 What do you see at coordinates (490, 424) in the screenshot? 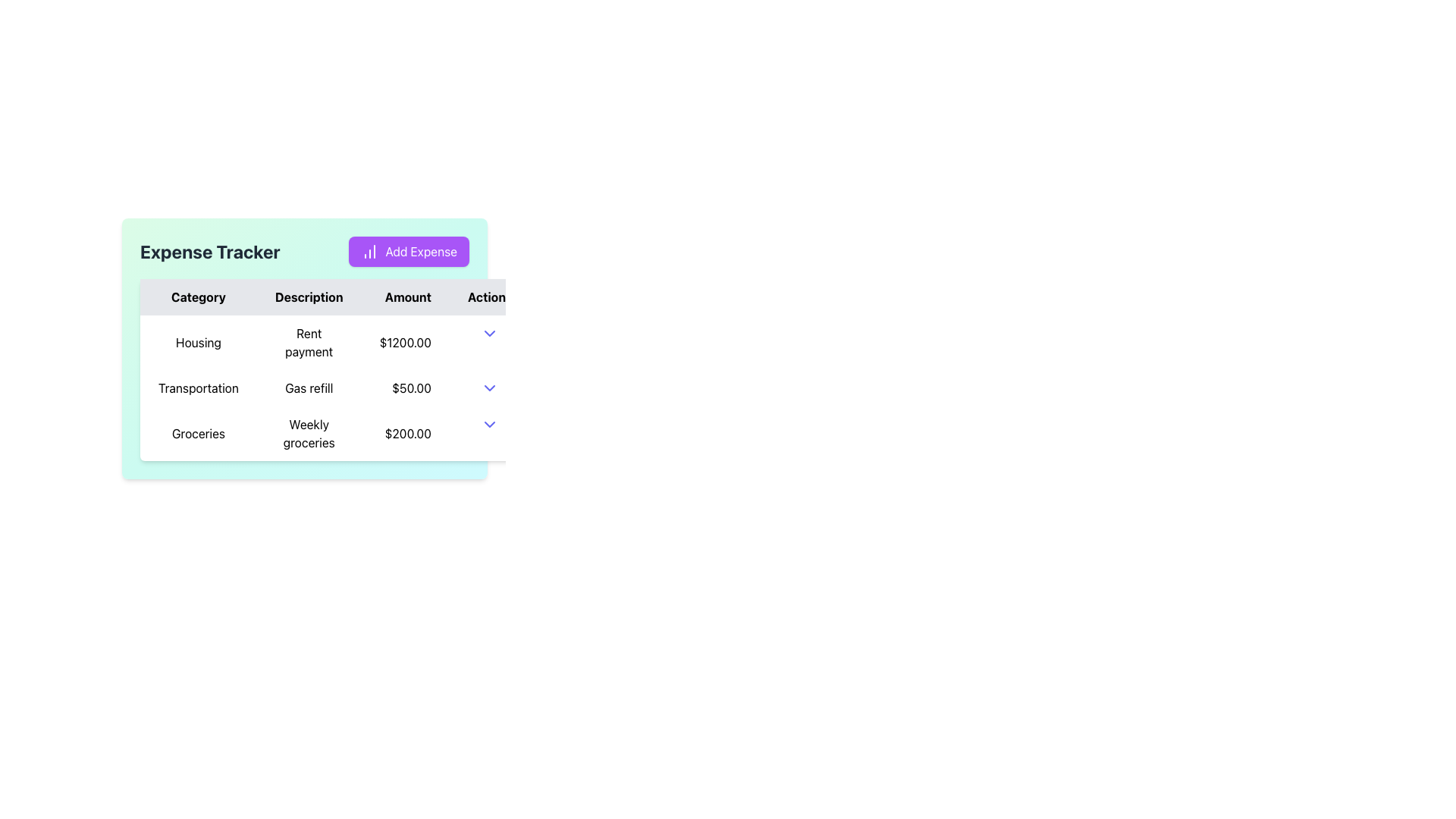
I see `the Dropdown toggle icon located in the 'Action' column of the last row in the table` at bounding box center [490, 424].